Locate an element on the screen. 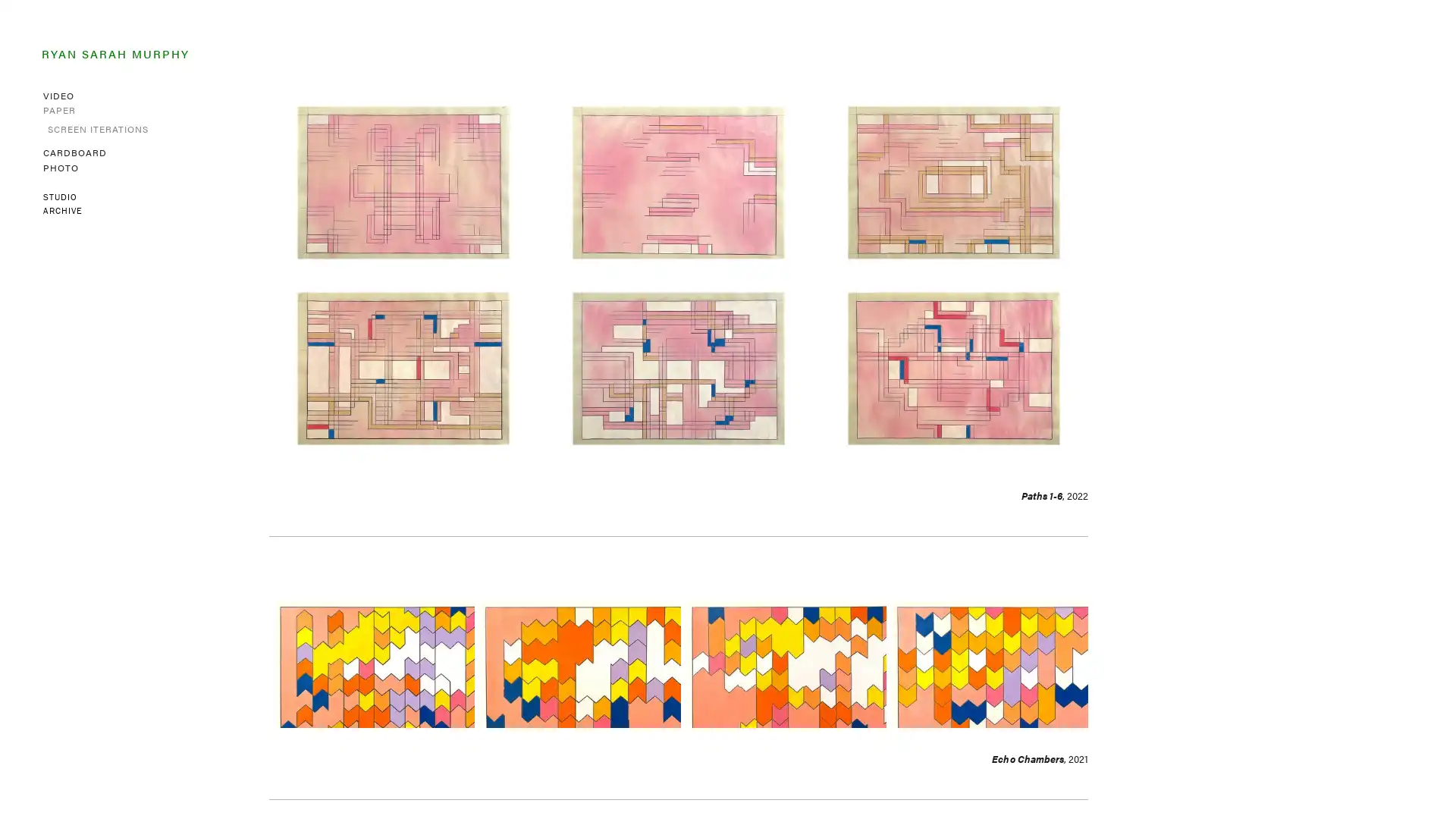 Image resolution: width=1456 pixels, height=819 pixels. View fullsize Path 1 , 2022 Spray paint, acrylic, colored pencil, graphite on graph paper 7.75 x 11 inches is located at coordinates (403, 181).